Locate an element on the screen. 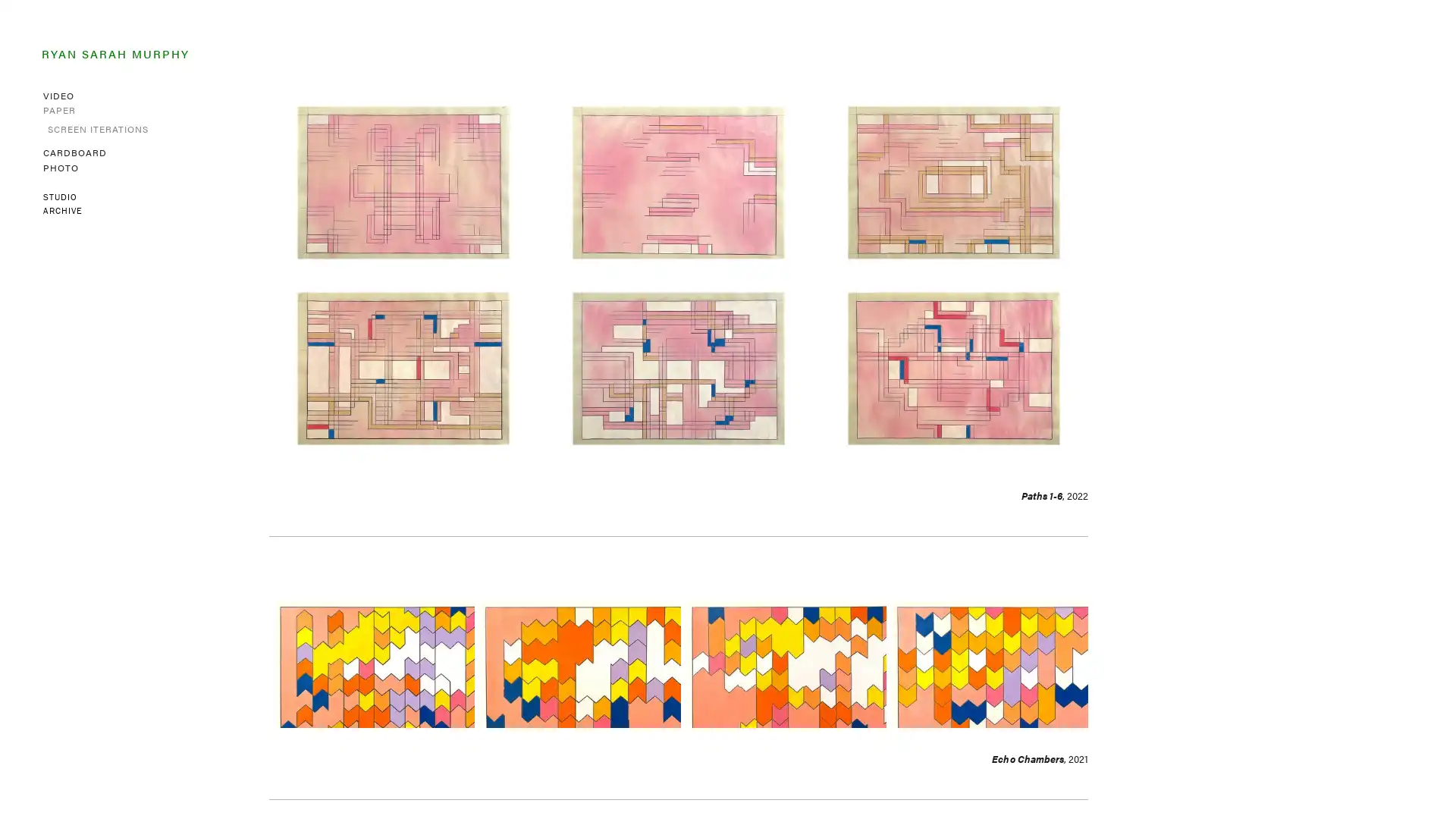 Image resolution: width=1456 pixels, height=819 pixels. View fullsize Path 1 , 2022 Spray paint, acrylic, colored pencil, graphite on graph paper 7.75 x 11 inches is located at coordinates (403, 181).